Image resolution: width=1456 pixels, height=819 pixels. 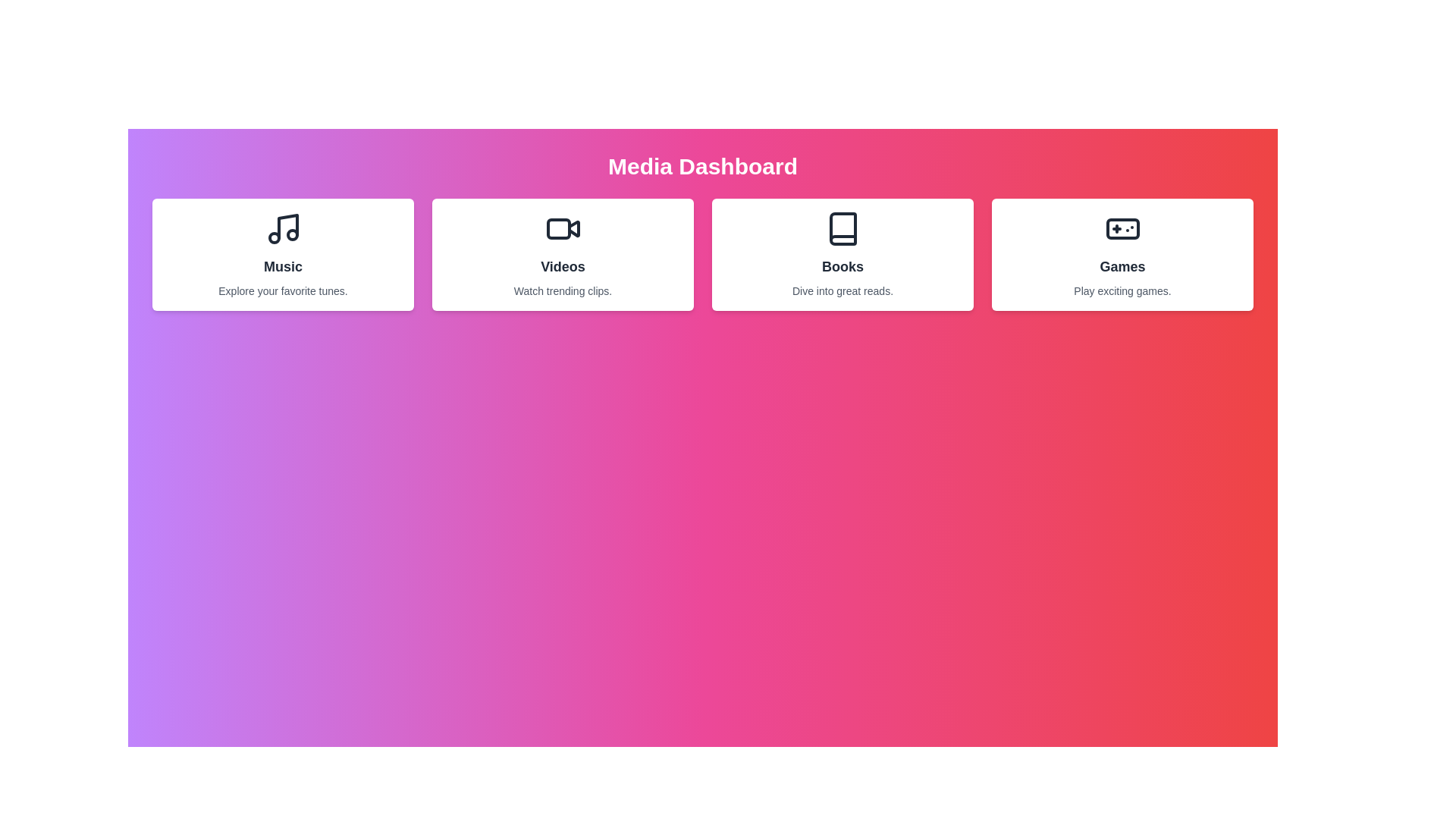 What do you see at coordinates (842, 253) in the screenshot?
I see `the third card in the grid layout, which features a white background, a centered open book icon, a bold title 'Books', and a smaller gray text 'Dive into great reads.'` at bounding box center [842, 253].